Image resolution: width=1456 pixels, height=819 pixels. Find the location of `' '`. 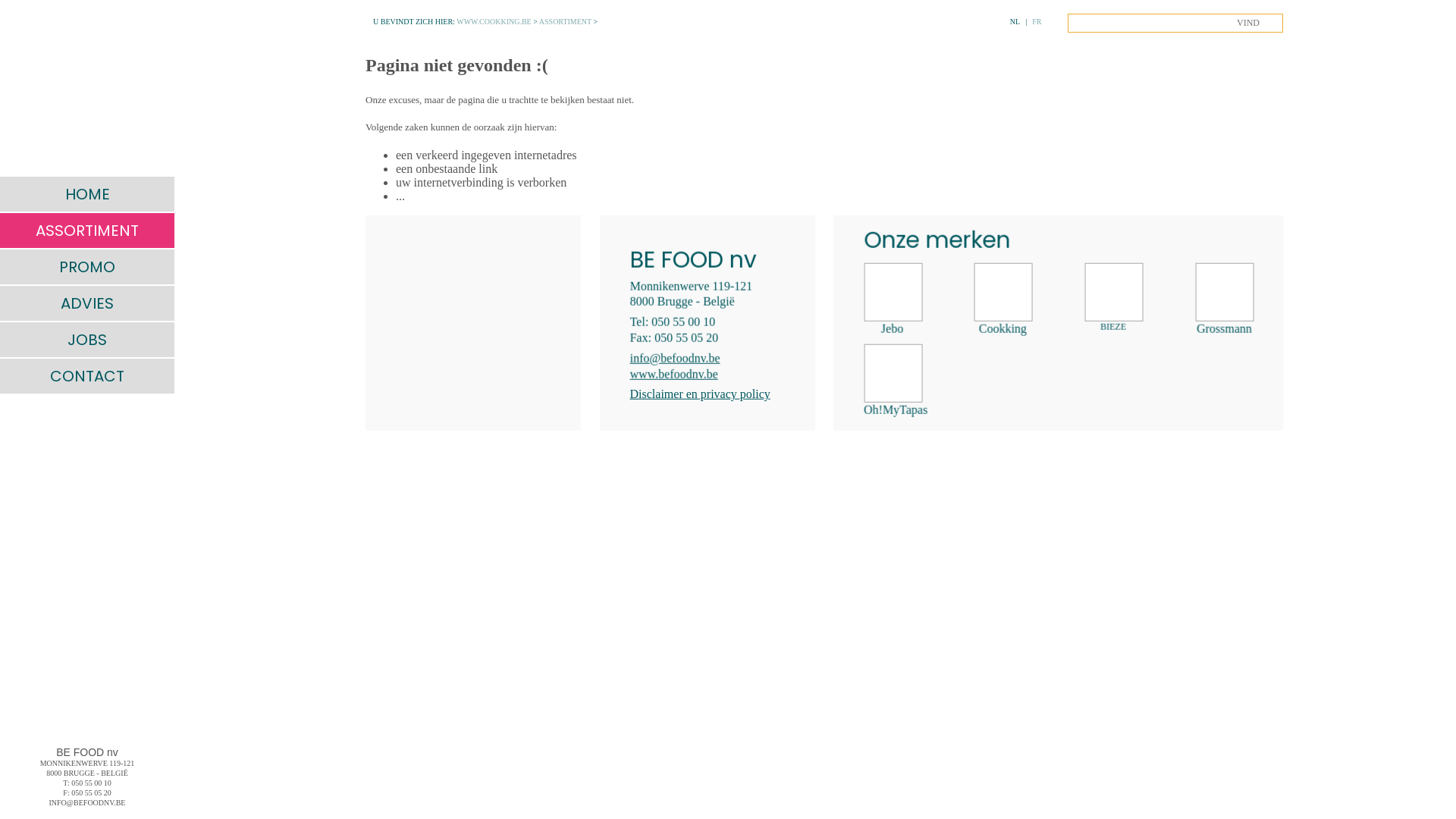

' ' is located at coordinates (472, 322).